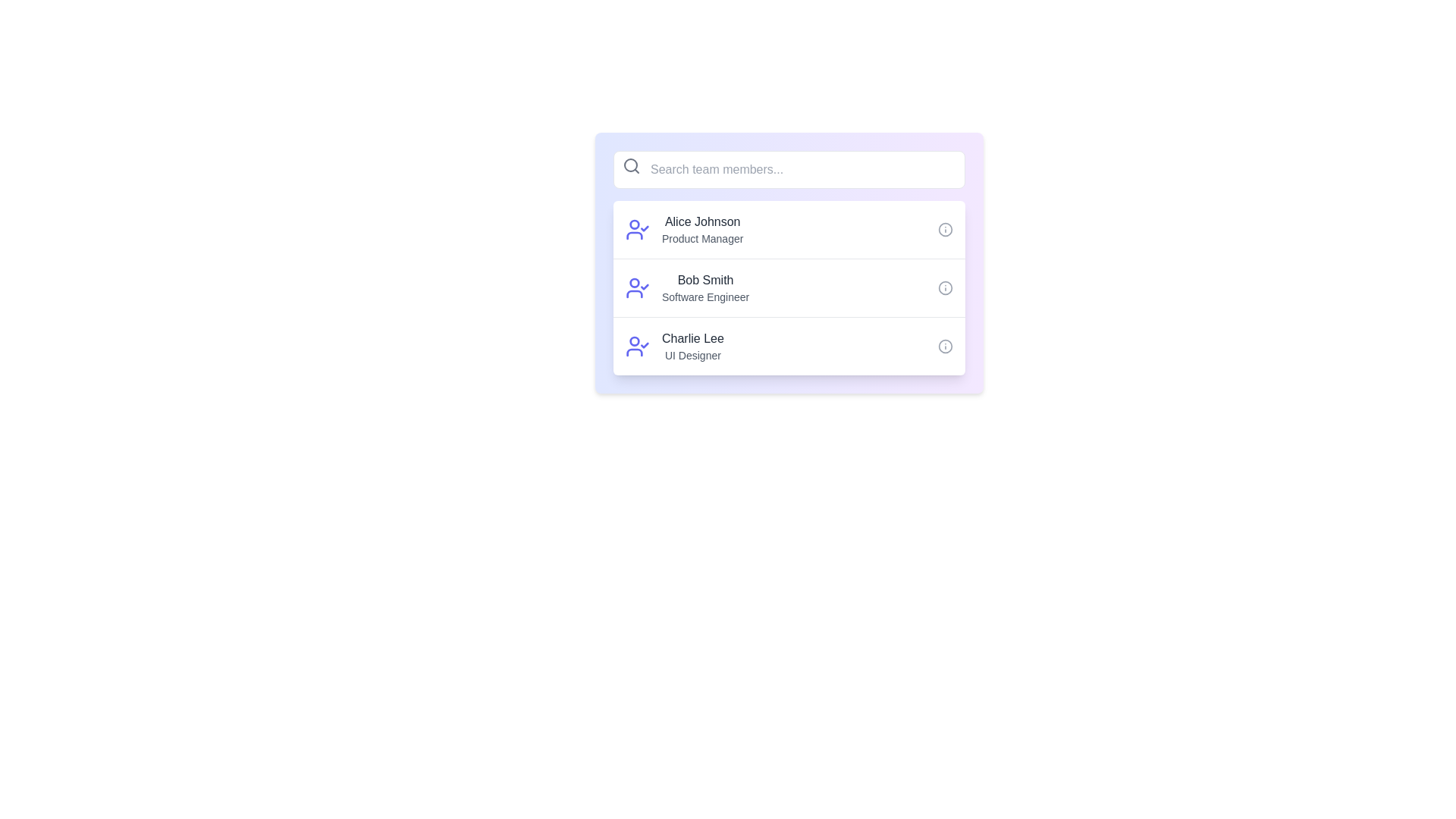 This screenshot has height=819, width=1456. What do you see at coordinates (686, 288) in the screenshot?
I see `the list item representing Bob Smith, which includes his name and job title` at bounding box center [686, 288].